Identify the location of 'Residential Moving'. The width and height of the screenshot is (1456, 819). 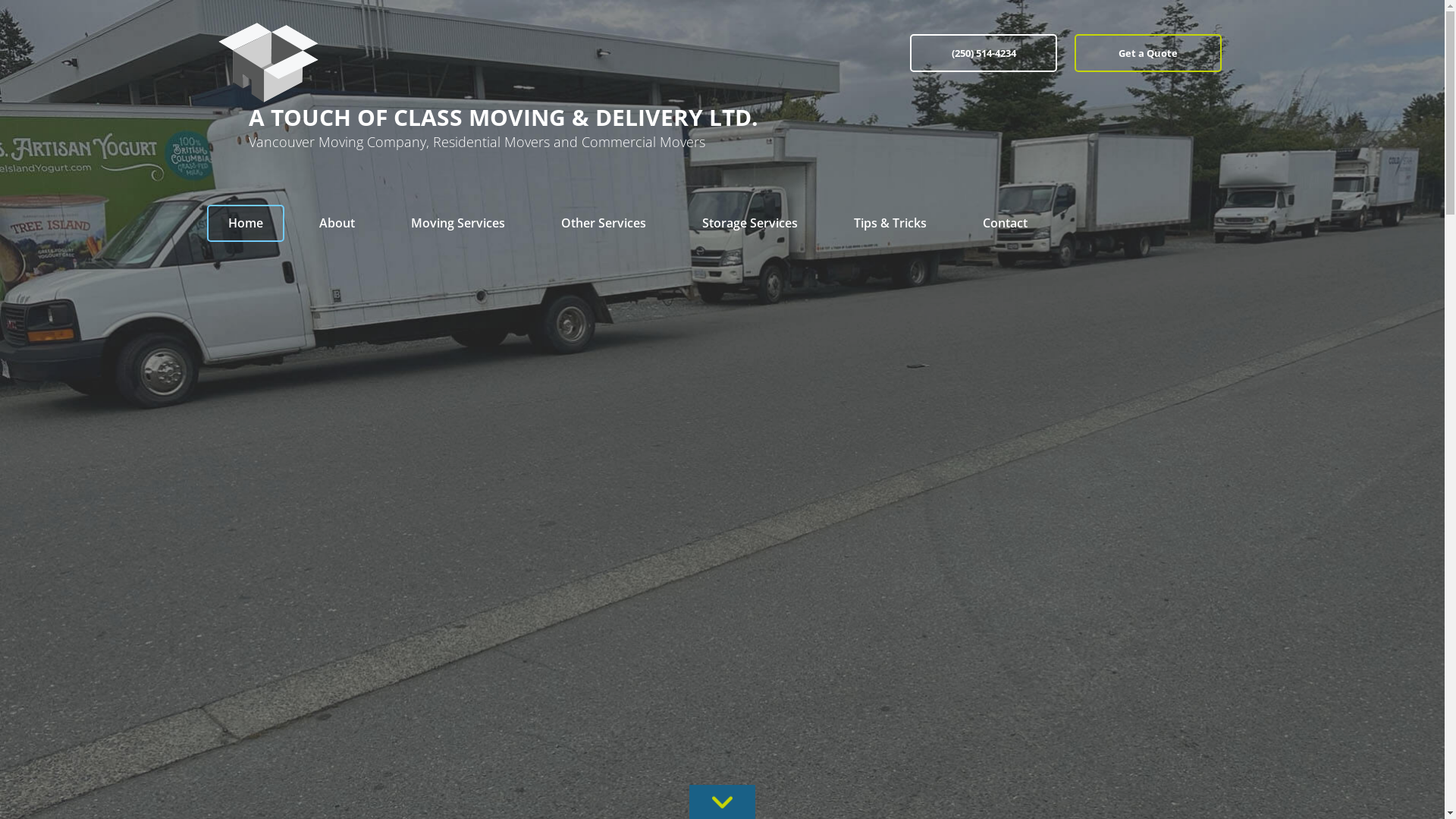
(457, 256).